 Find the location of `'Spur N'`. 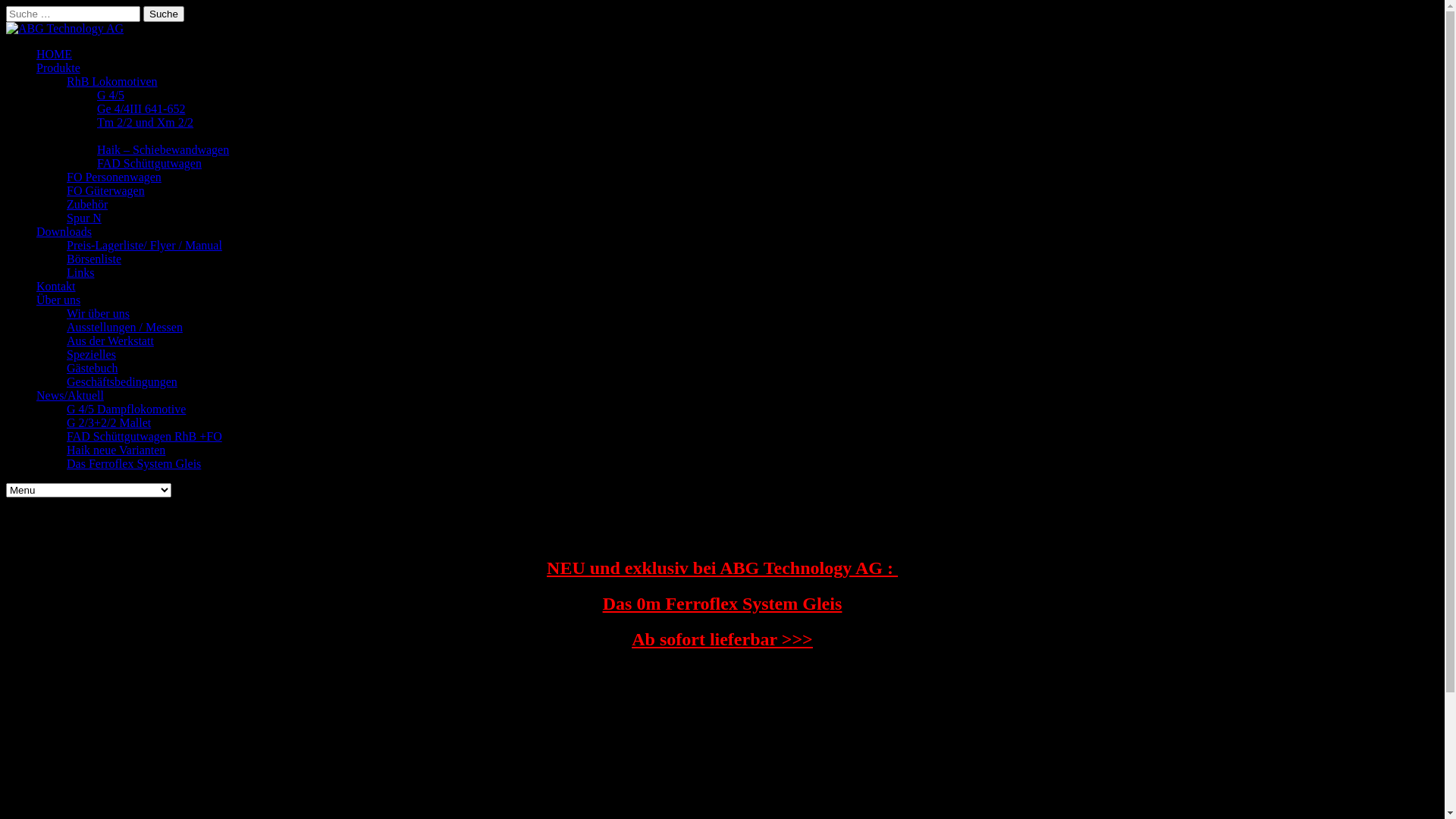

'Spur N' is located at coordinates (83, 218).